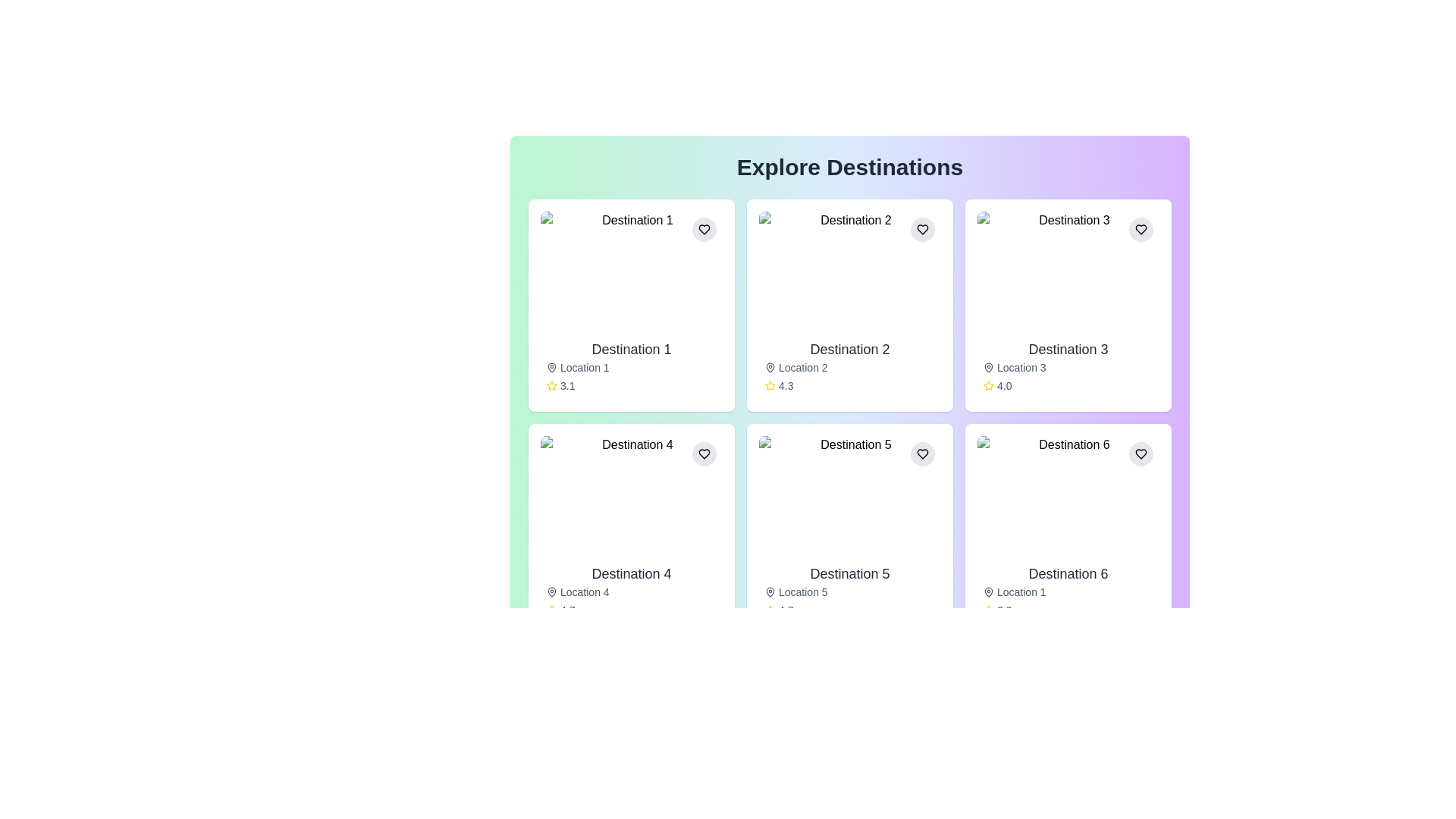 Image resolution: width=1456 pixels, height=819 pixels. What do you see at coordinates (1141, 230) in the screenshot?
I see `the favorite button in the top-right corner of the 'Destination 3' card` at bounding box center [1141, 230].